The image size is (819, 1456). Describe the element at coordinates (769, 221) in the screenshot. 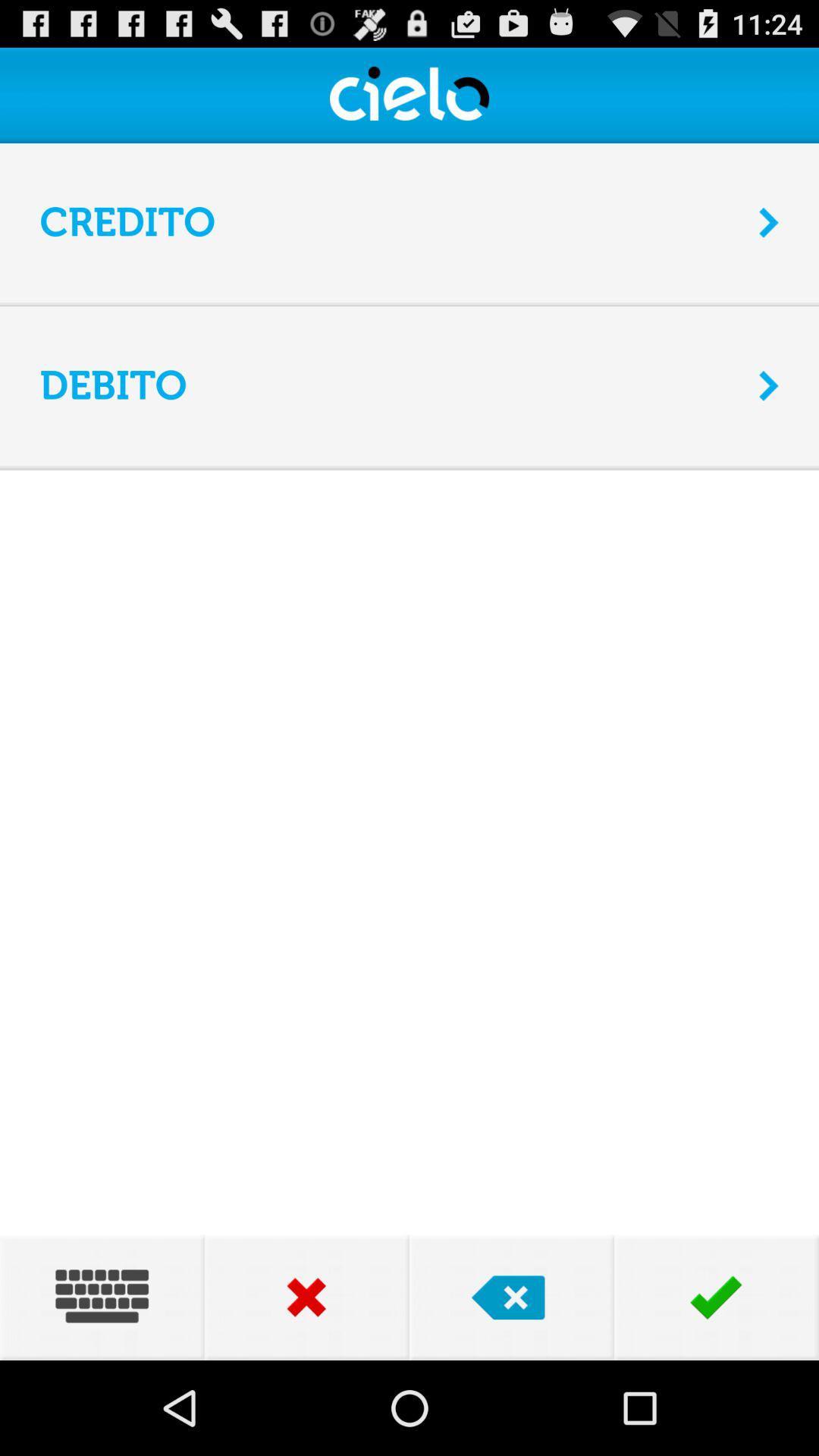

I see `the icon to the right of credito icon` at that location.